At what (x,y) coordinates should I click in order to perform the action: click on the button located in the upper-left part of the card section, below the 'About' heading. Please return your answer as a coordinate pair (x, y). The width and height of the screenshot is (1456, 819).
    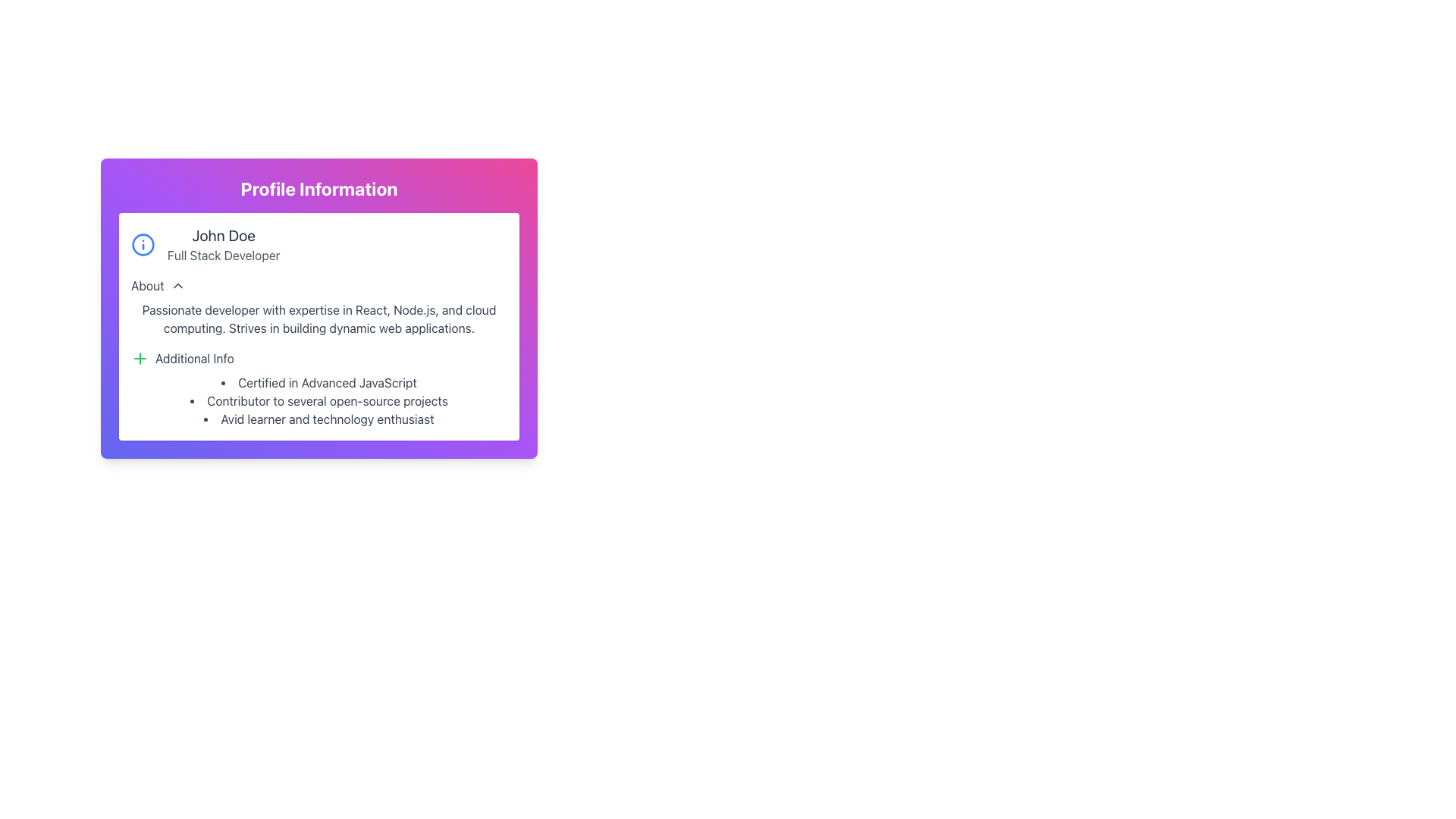
    Looking at the image, I should click on (182, 359).